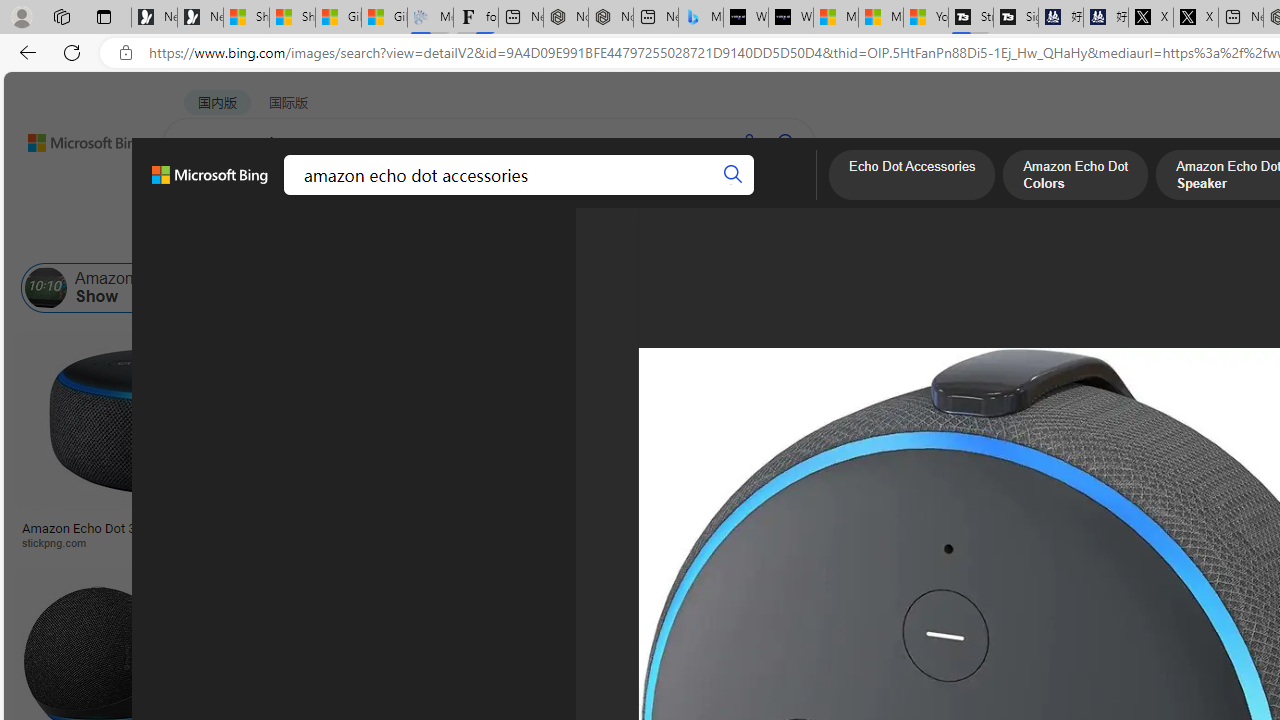  What do you see at coordinates (970, 17) in the screenshot?
I see `'Streaming Coverage | T3'` at bounding box center [970, 17].